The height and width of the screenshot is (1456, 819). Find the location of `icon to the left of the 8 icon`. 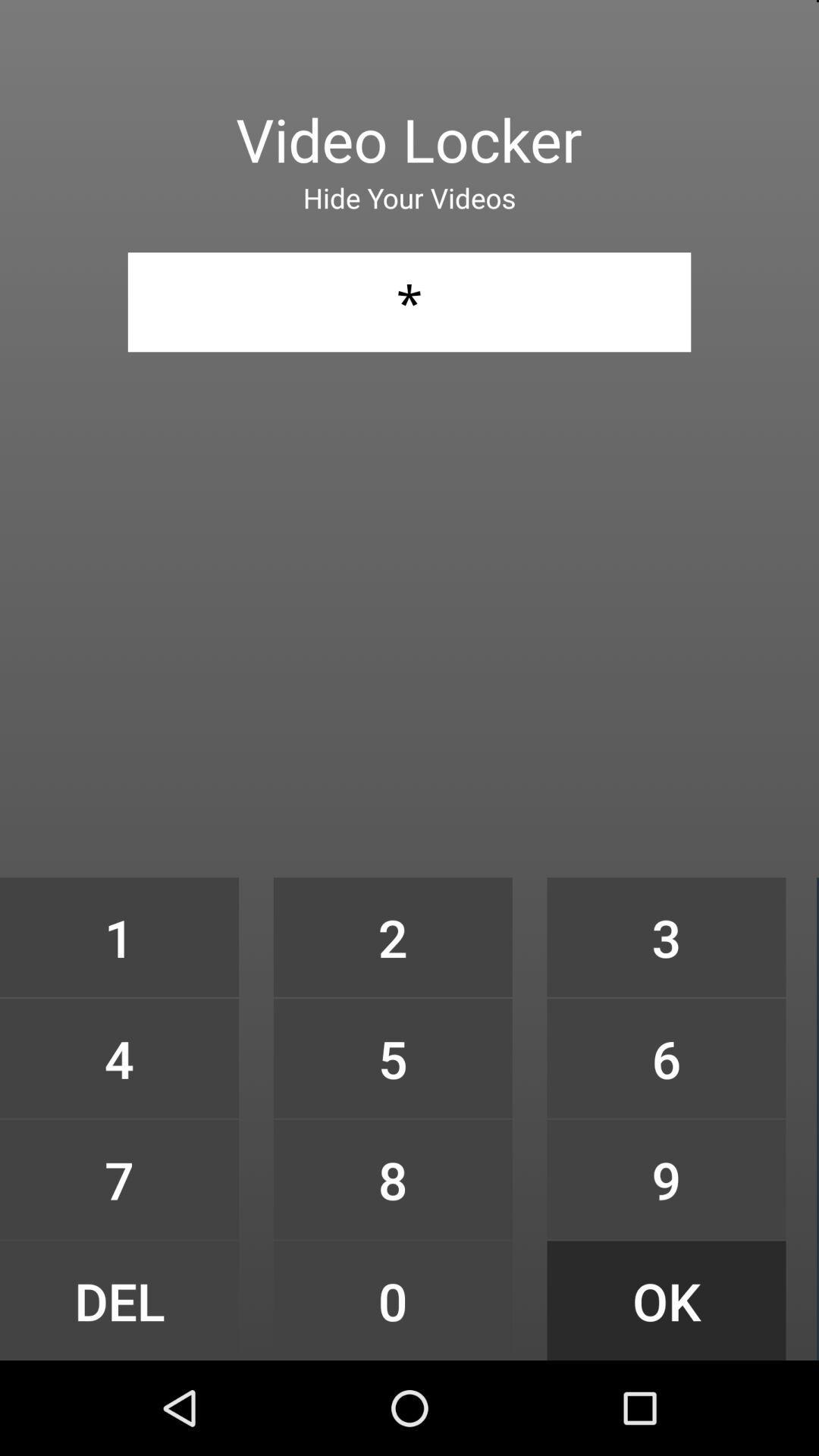

icon to the left of the 8 icon is located at coordinates (118, 1300).